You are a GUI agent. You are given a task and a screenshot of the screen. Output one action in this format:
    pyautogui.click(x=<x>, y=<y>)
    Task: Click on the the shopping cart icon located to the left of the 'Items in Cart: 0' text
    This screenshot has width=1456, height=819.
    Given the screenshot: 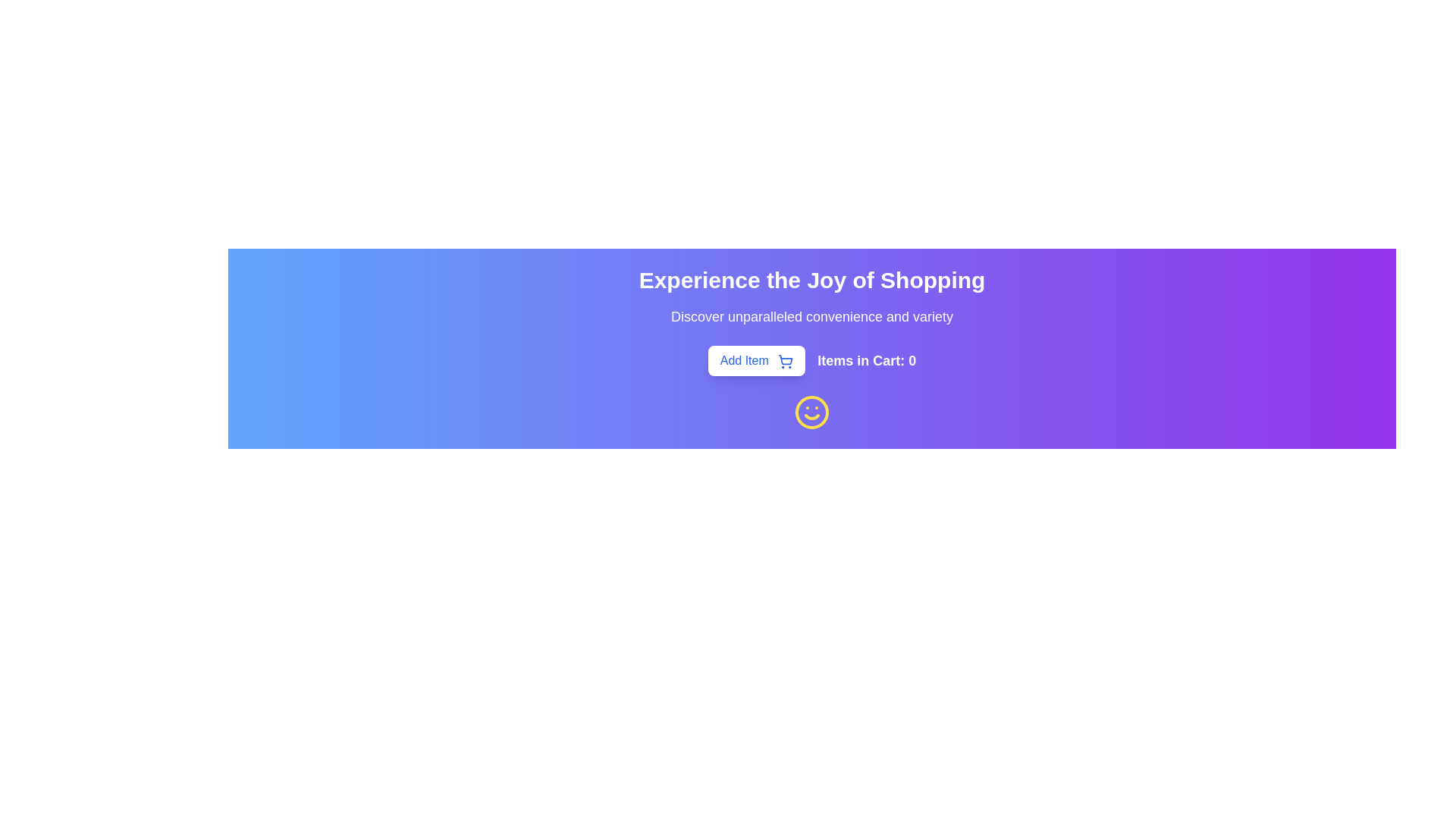 What is the action you would take?
    pyautogui.click(x=786, y=359)
    